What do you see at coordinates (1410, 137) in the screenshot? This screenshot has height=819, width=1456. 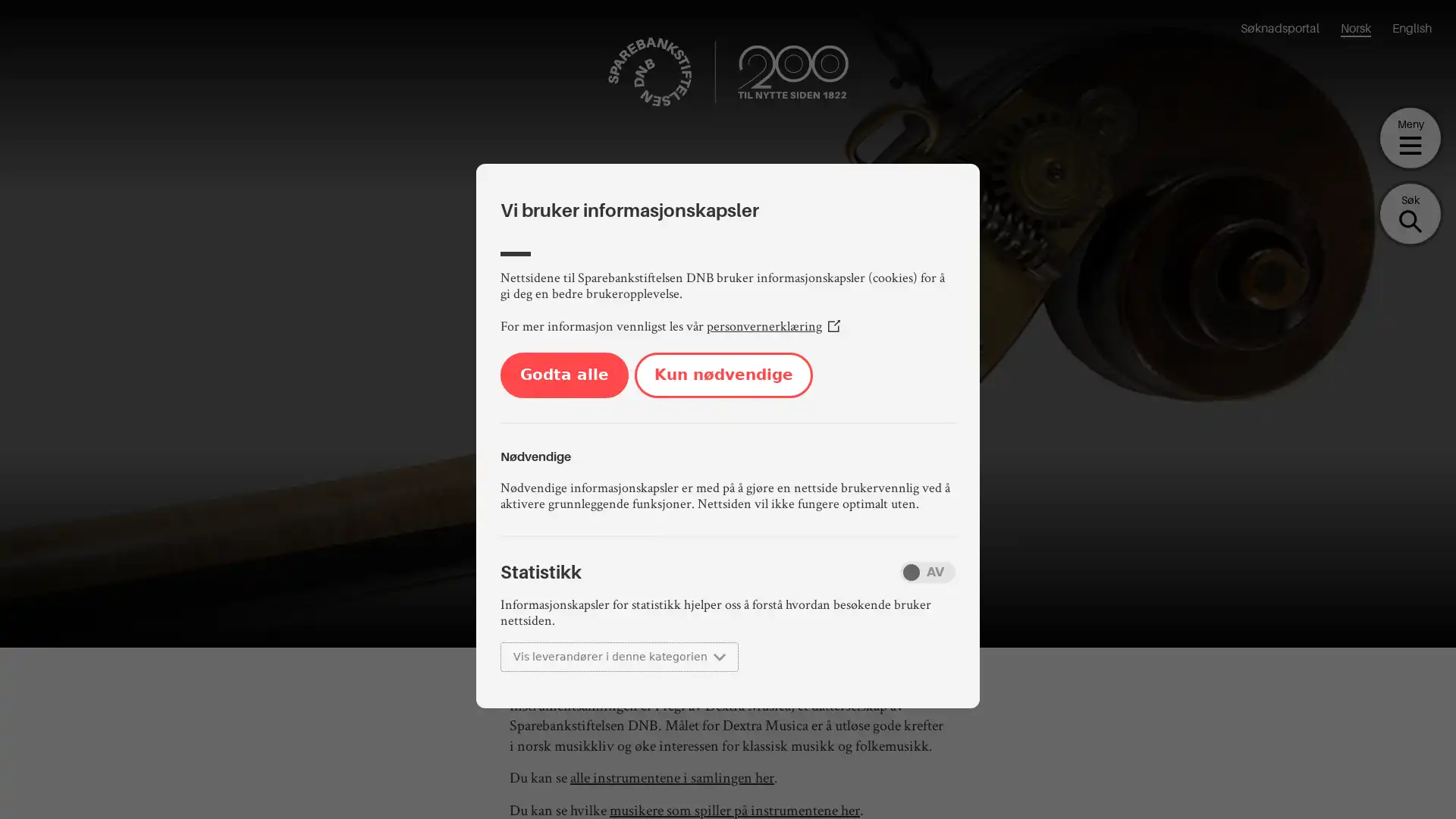 I see `Meny Meny` at bounding box center [1410, 137].